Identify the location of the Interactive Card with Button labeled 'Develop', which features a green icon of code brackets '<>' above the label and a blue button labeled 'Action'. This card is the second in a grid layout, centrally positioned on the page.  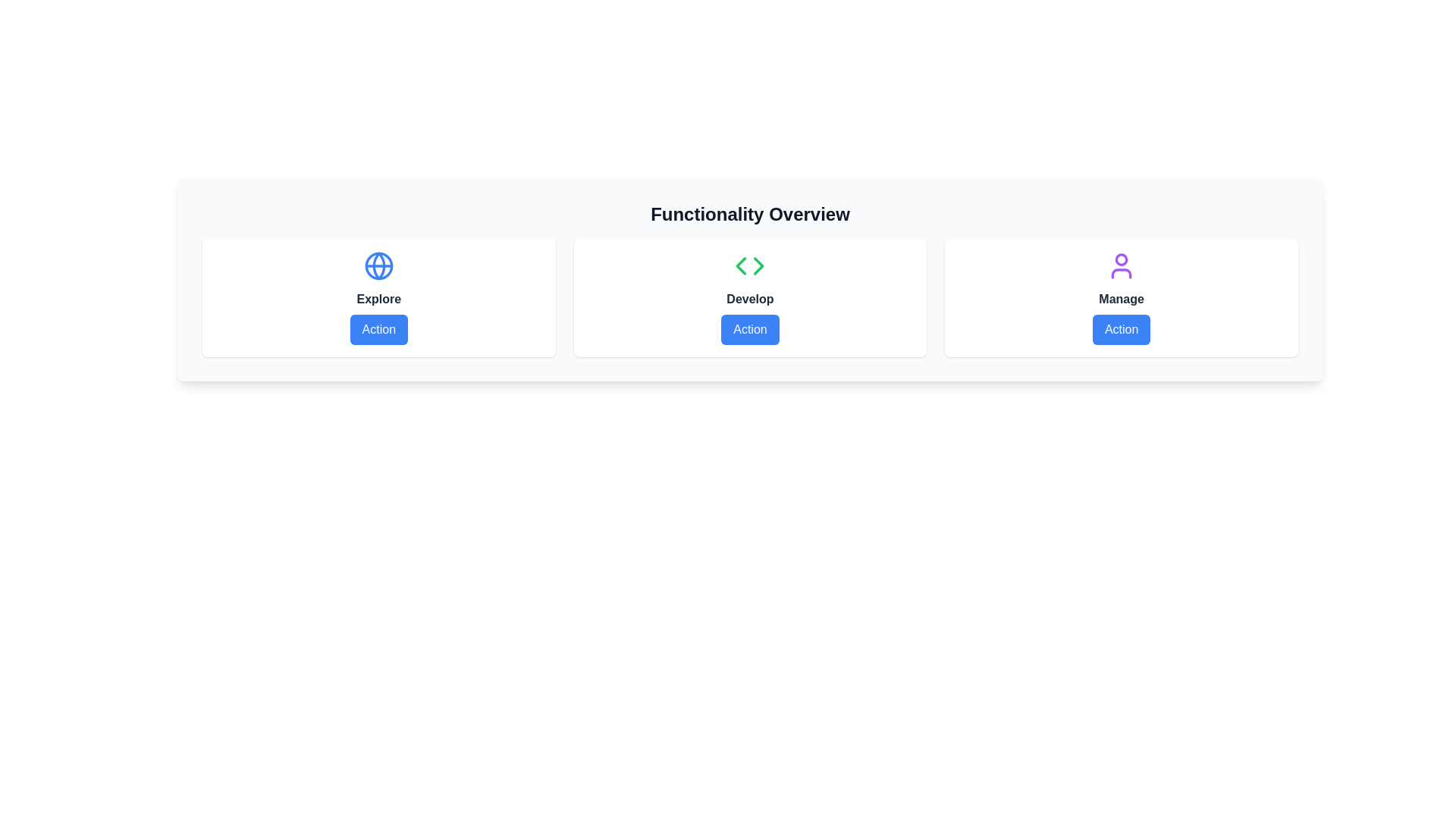
(750, 298).